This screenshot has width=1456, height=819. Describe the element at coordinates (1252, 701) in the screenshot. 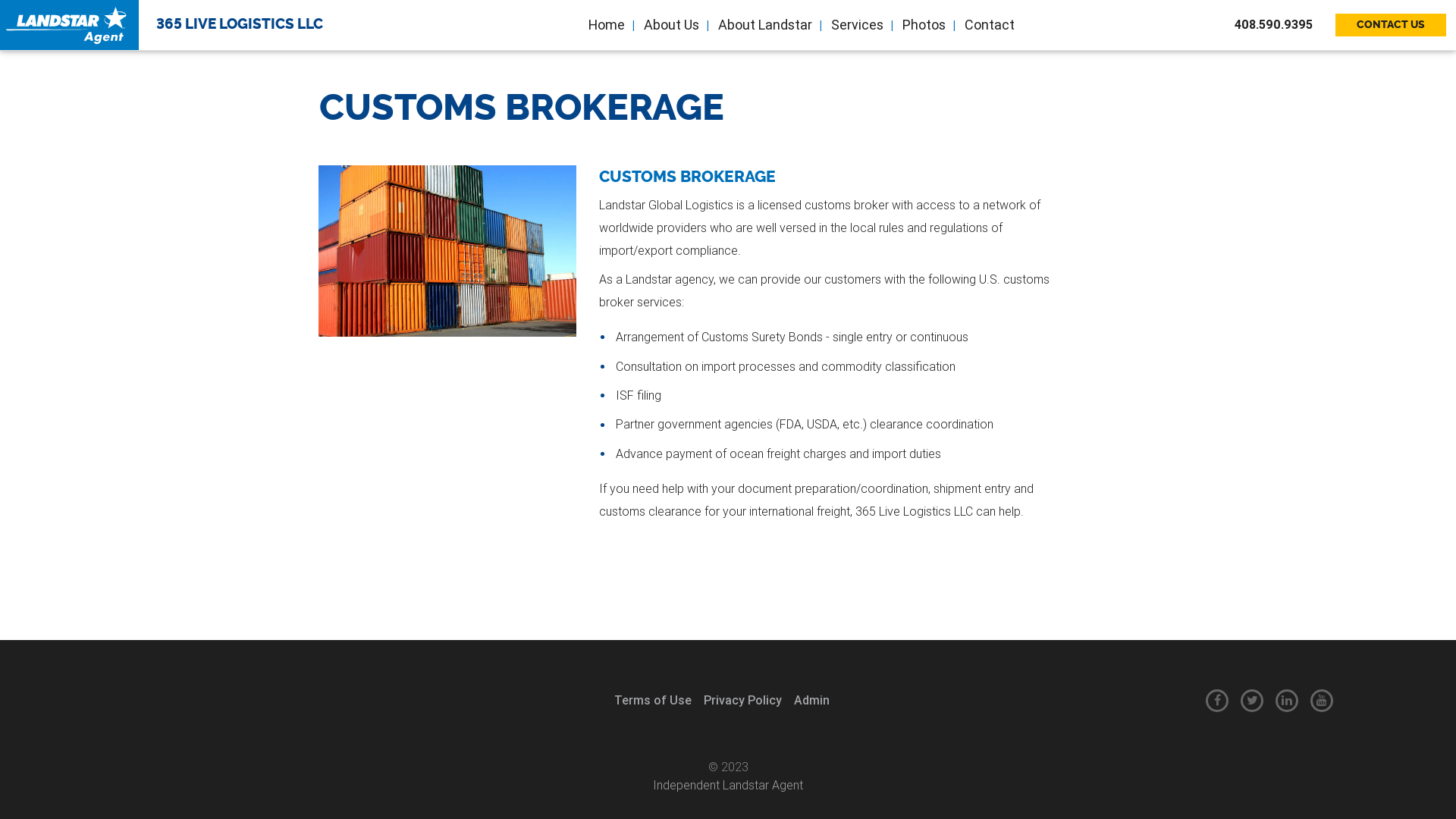

I see `'twitter'` at that location.